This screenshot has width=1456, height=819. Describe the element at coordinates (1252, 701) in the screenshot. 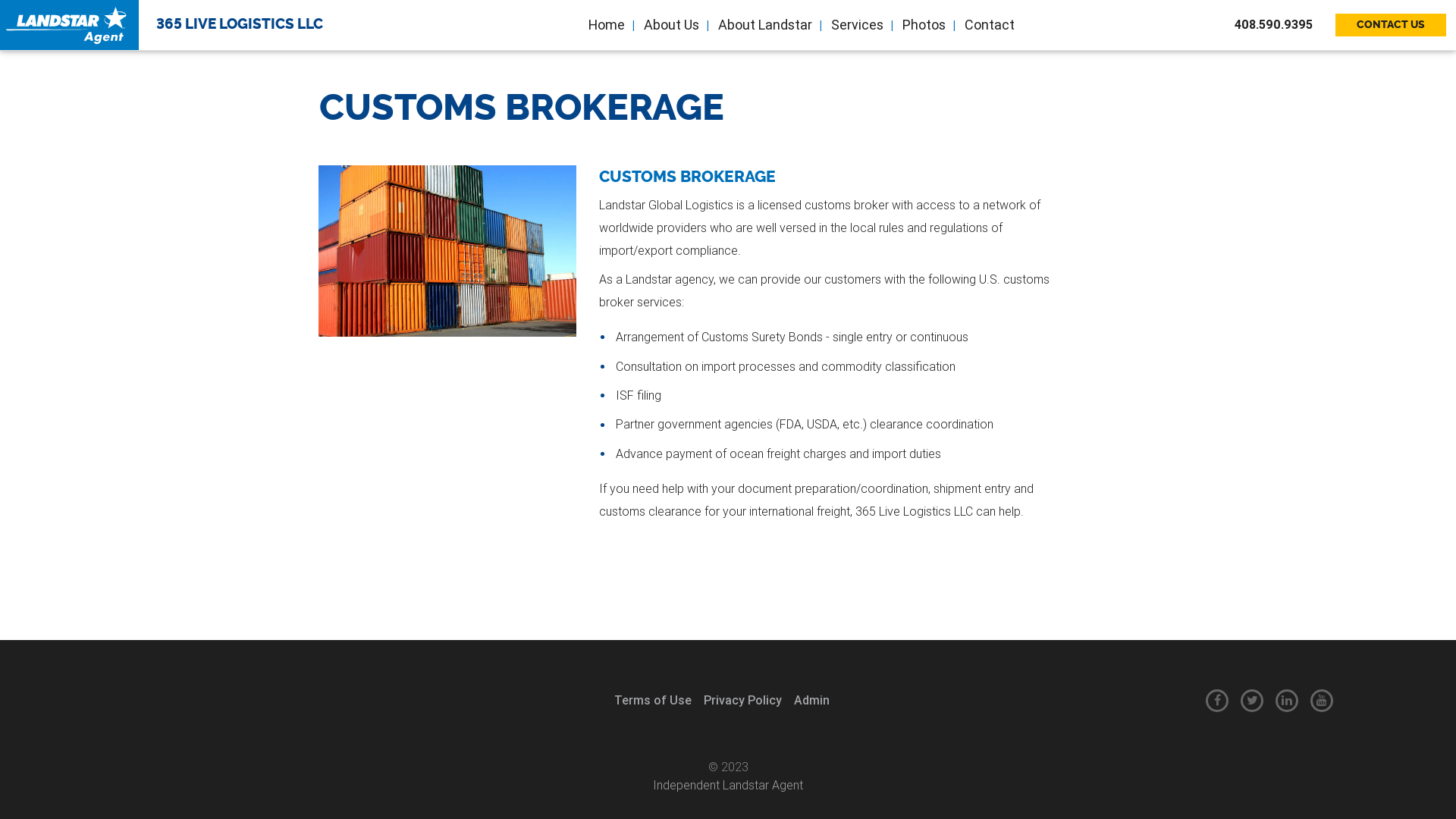

I see `'twitter'` at that location.